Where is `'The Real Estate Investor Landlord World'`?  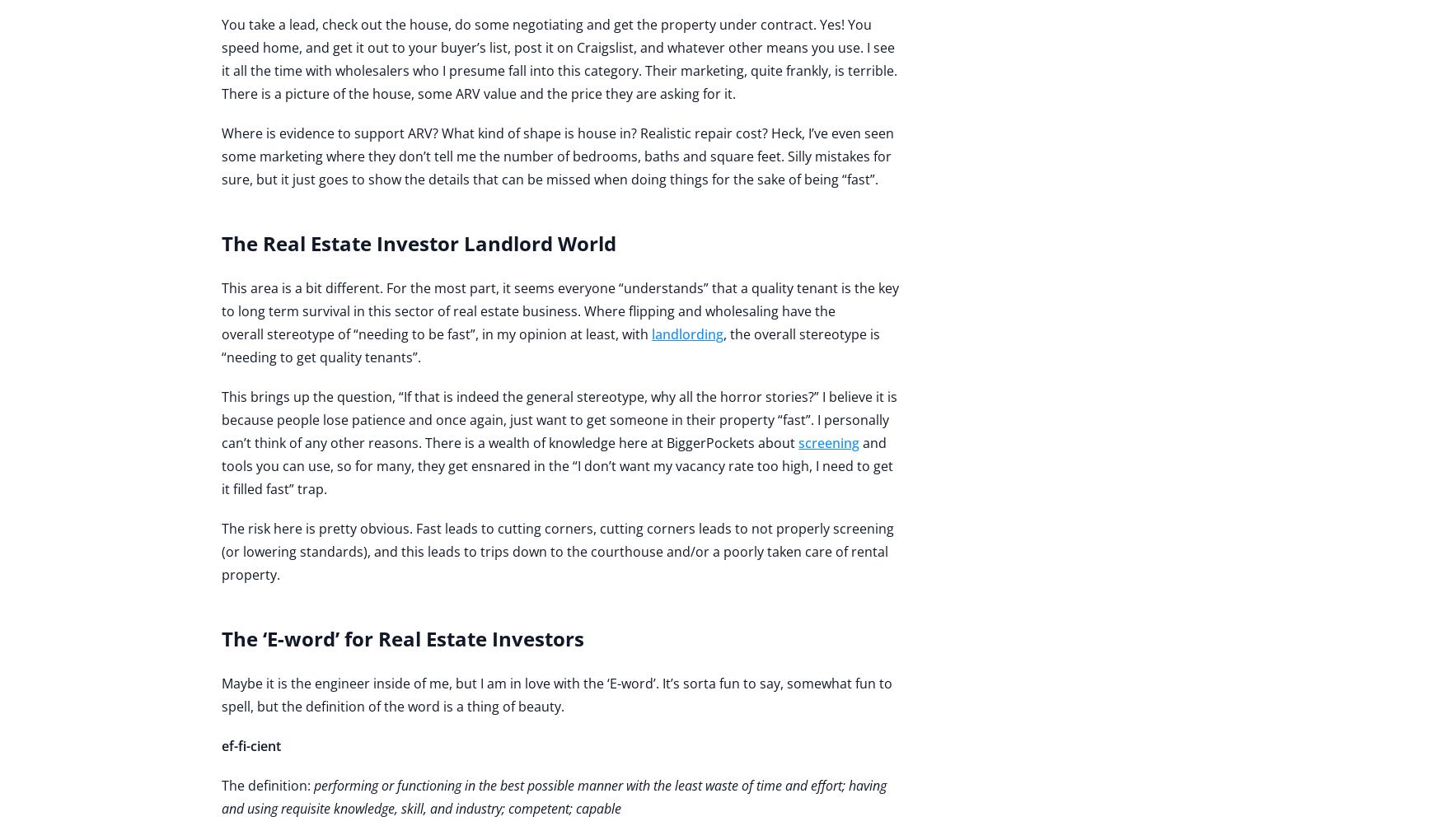
'The Real Estate Investor Landlord World' is located at coordinates (418, 242).